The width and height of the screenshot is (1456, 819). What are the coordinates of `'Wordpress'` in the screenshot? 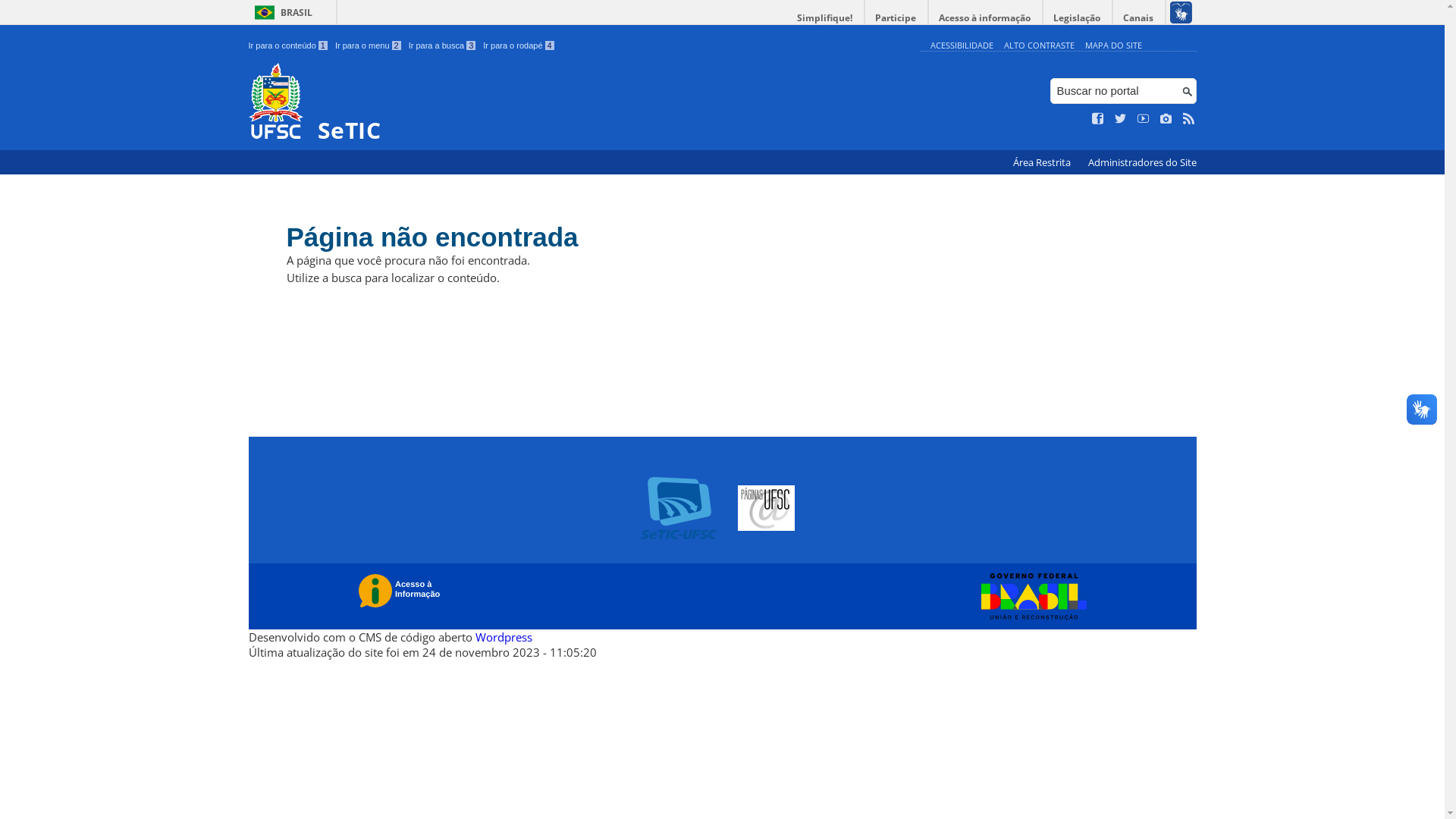 It's located at (503, 637).